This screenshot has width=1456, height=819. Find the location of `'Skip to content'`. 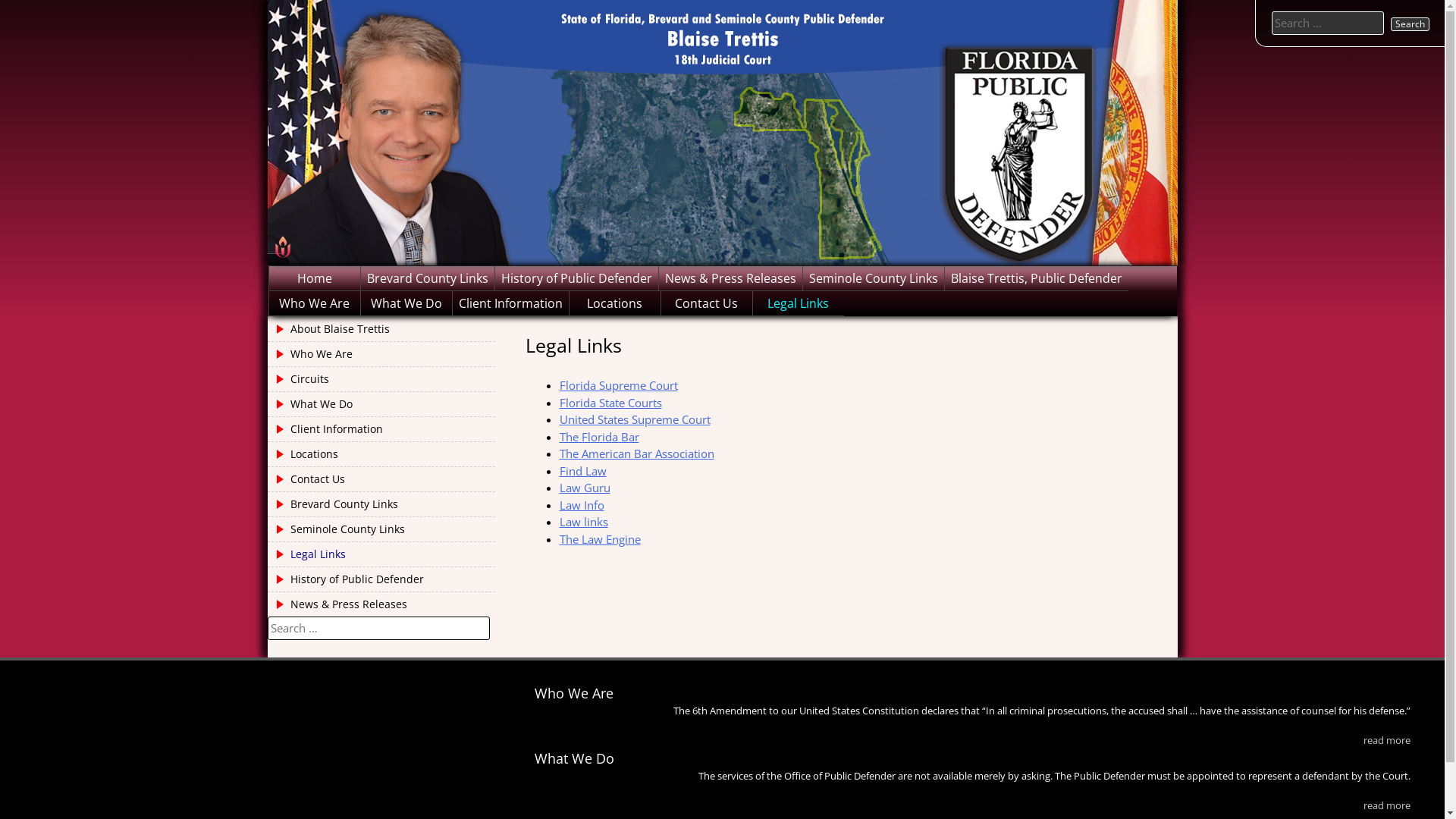

'Skip to content' is located at coordinates (0, 0).